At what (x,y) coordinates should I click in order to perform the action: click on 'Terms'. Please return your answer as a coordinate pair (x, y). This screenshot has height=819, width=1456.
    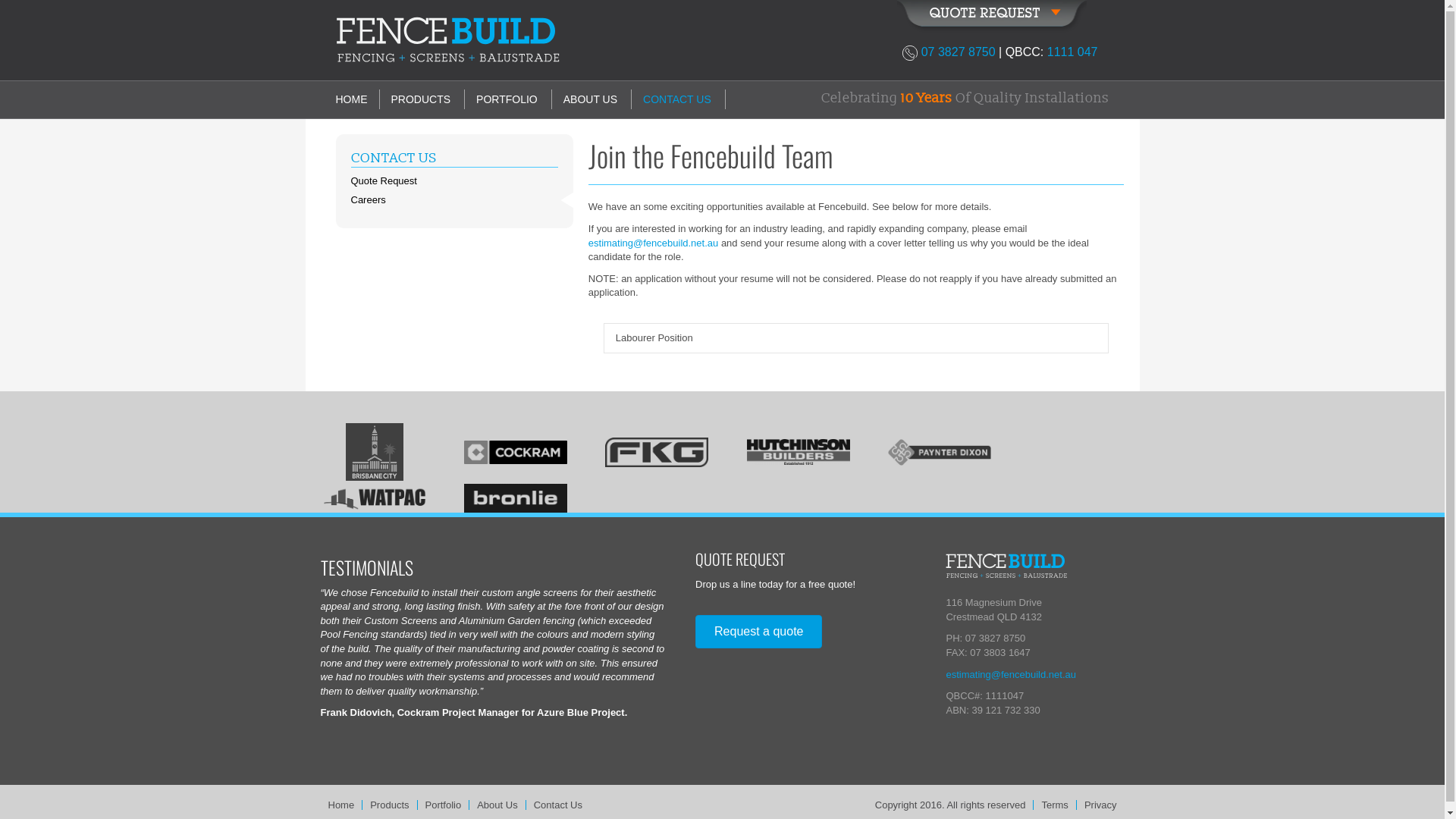
    Looking at the image, I should click on (1033, 804).